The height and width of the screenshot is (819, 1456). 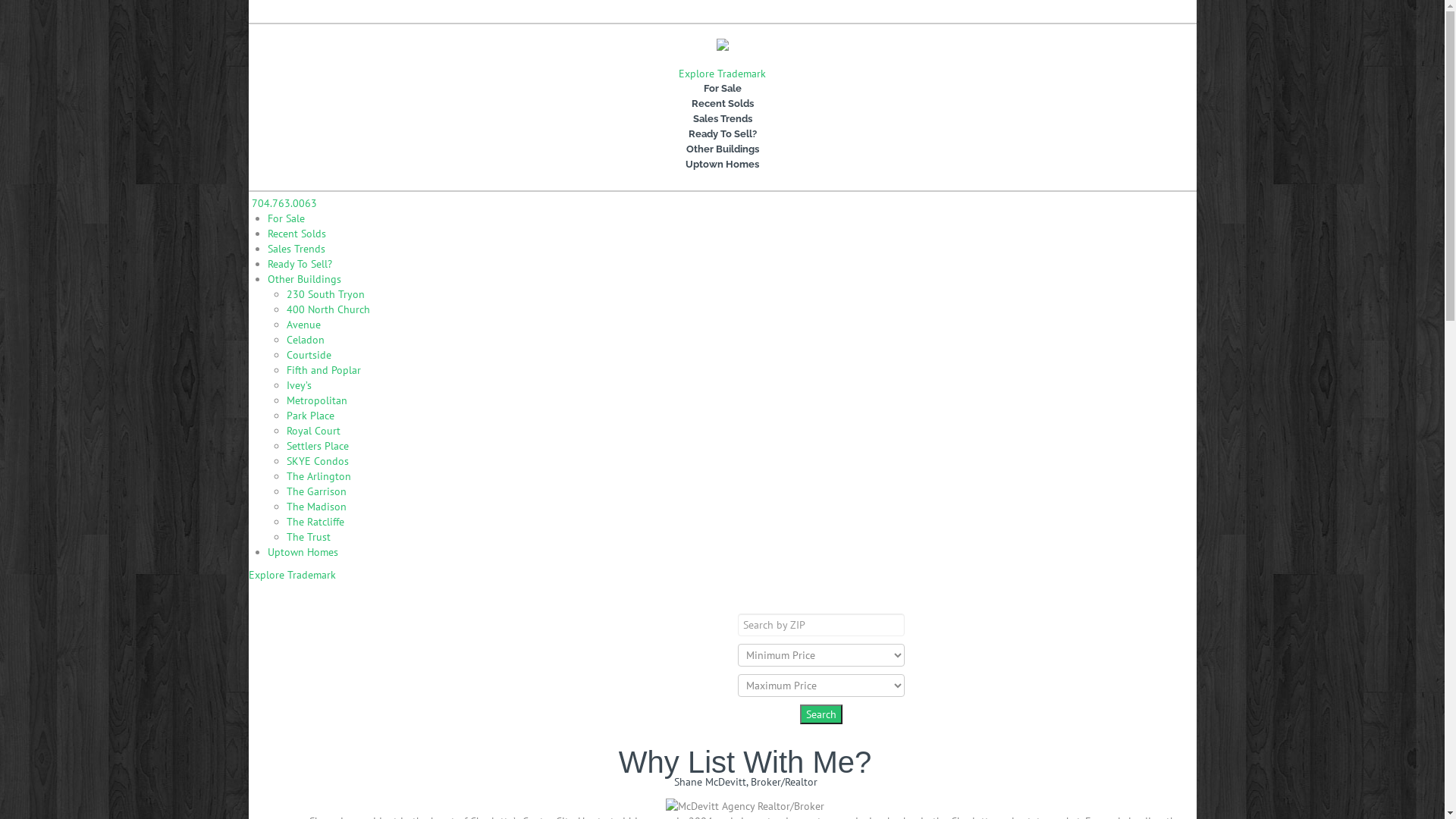 What do you see at coordinates (722, 88) in the screenshot?
I see `'For Sale'` at bounding box center [722, 88].